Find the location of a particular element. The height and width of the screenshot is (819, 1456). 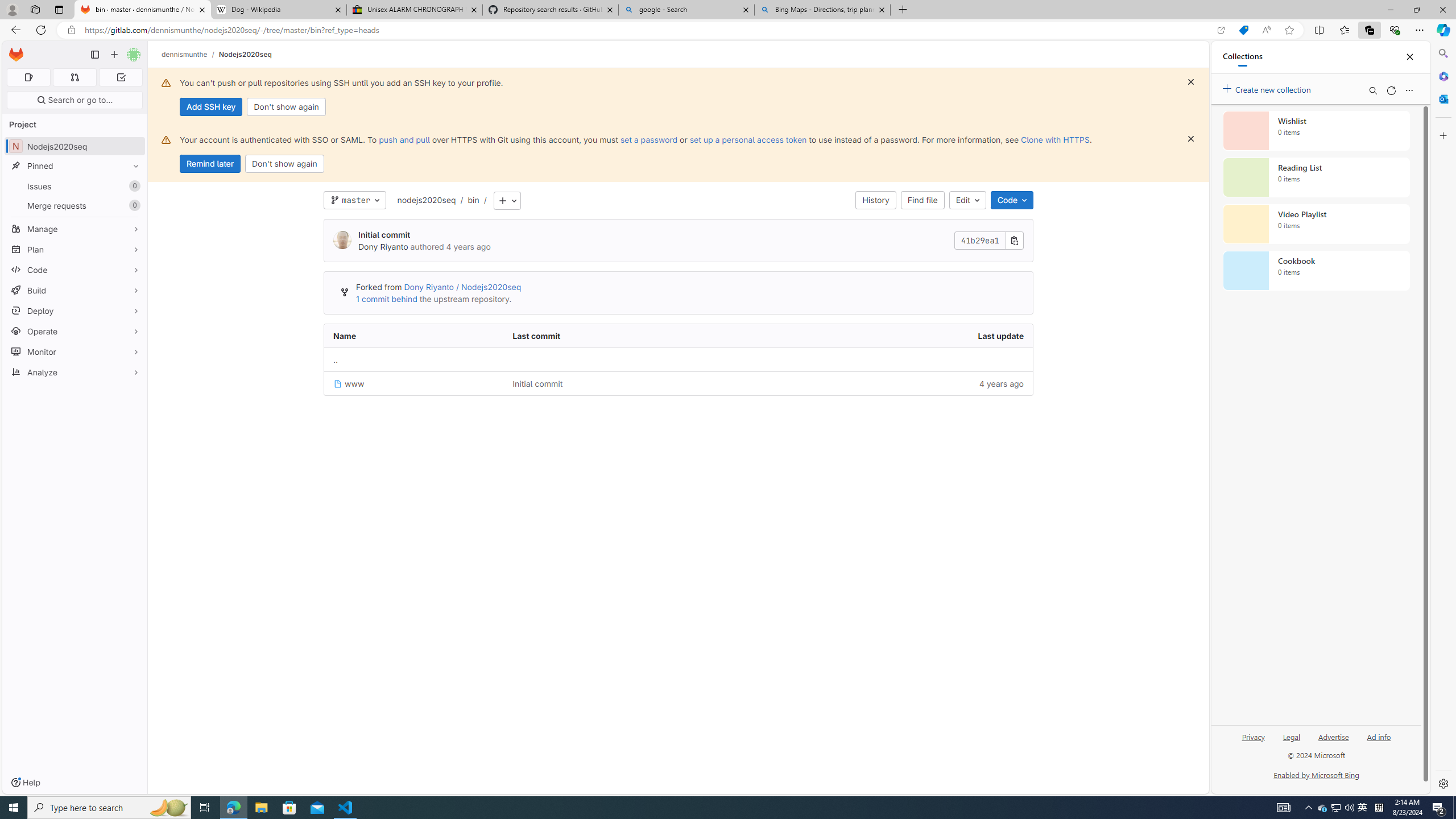

'Plan' is located at coordinates (74, 249).